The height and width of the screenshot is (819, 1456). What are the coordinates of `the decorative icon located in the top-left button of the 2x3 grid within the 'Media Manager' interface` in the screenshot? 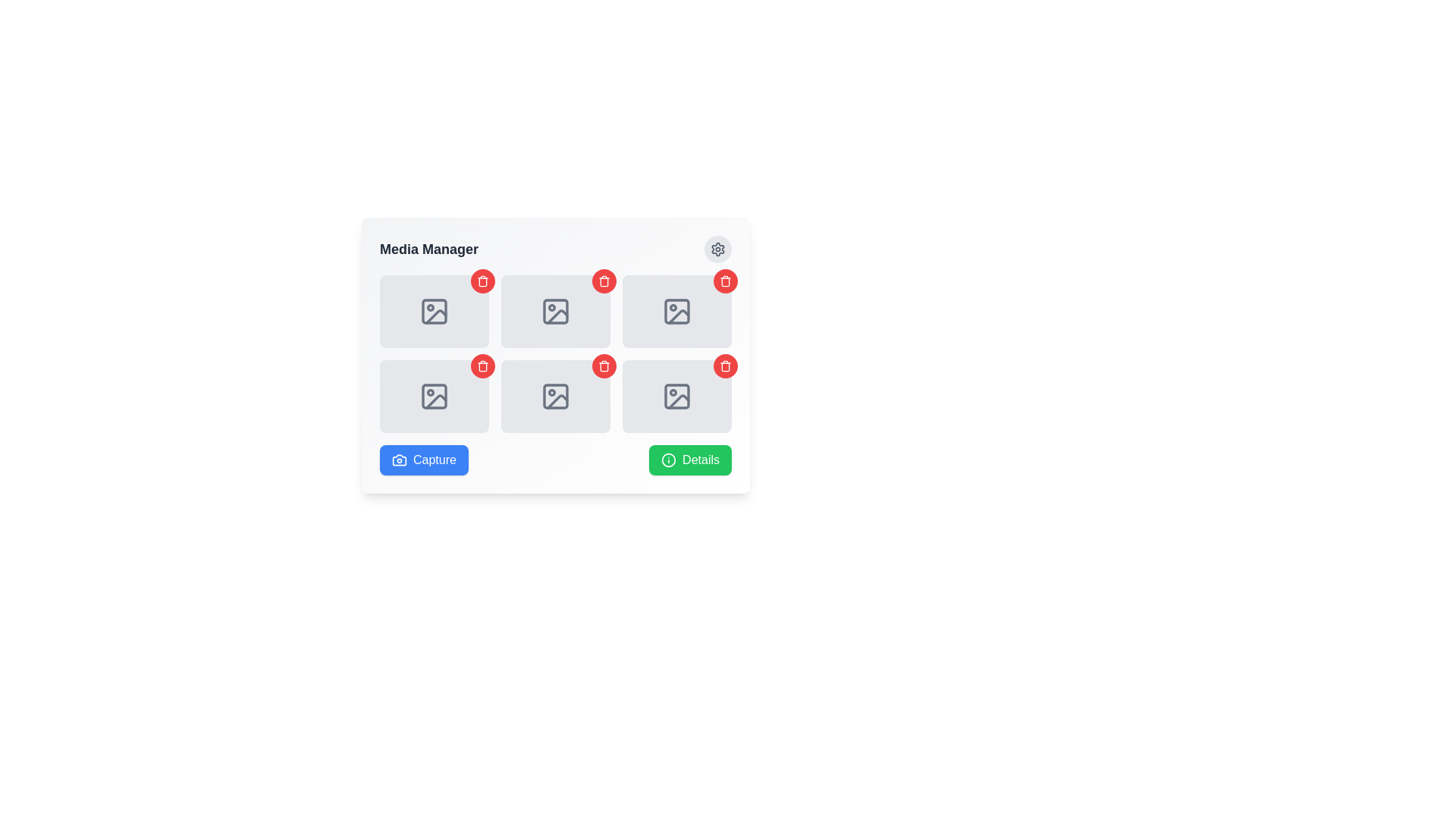 It's located at (433, 311).